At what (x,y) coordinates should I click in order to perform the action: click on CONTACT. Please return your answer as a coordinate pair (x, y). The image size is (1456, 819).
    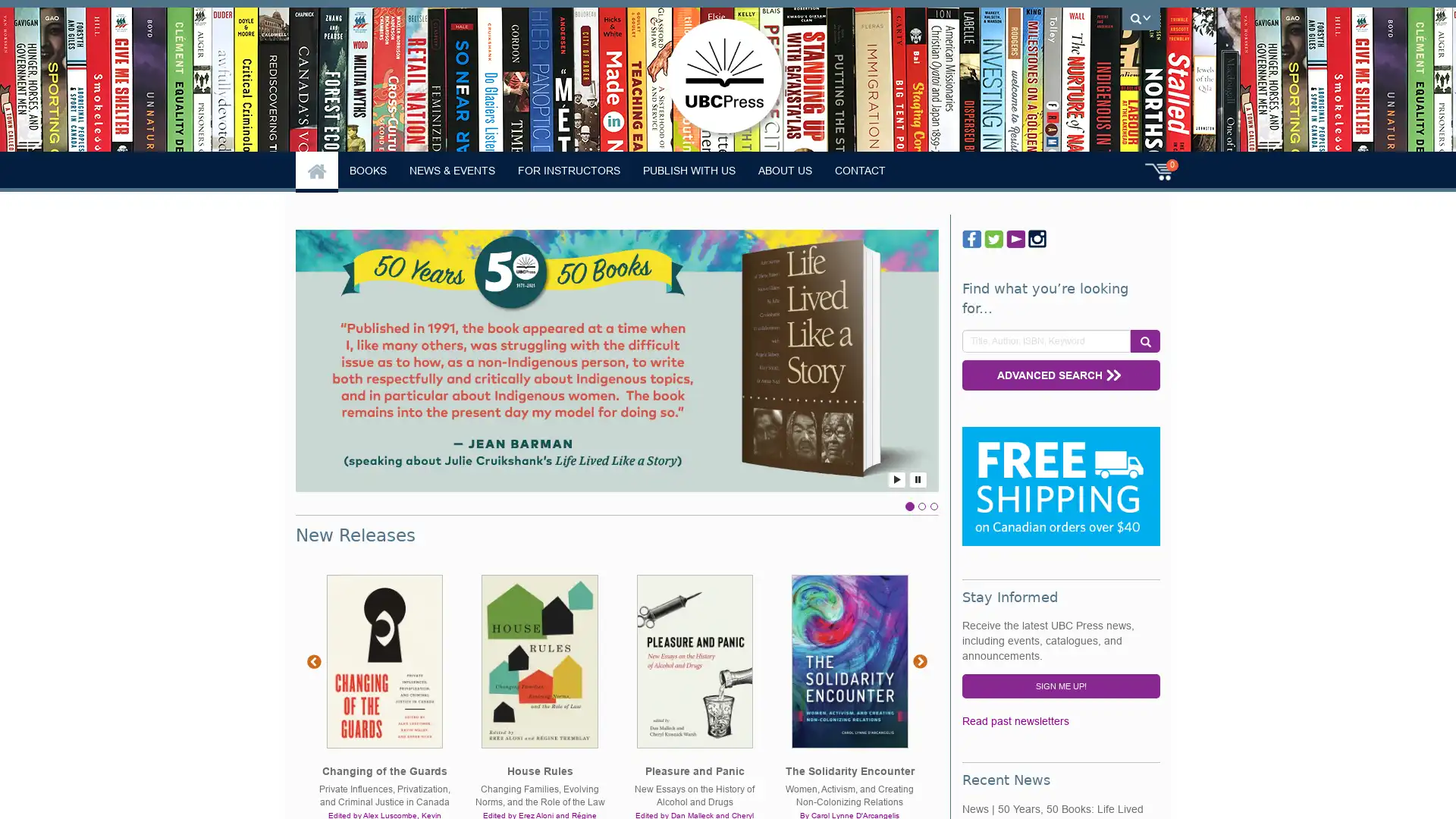
    Looking at the image, I should click on (860, 170).